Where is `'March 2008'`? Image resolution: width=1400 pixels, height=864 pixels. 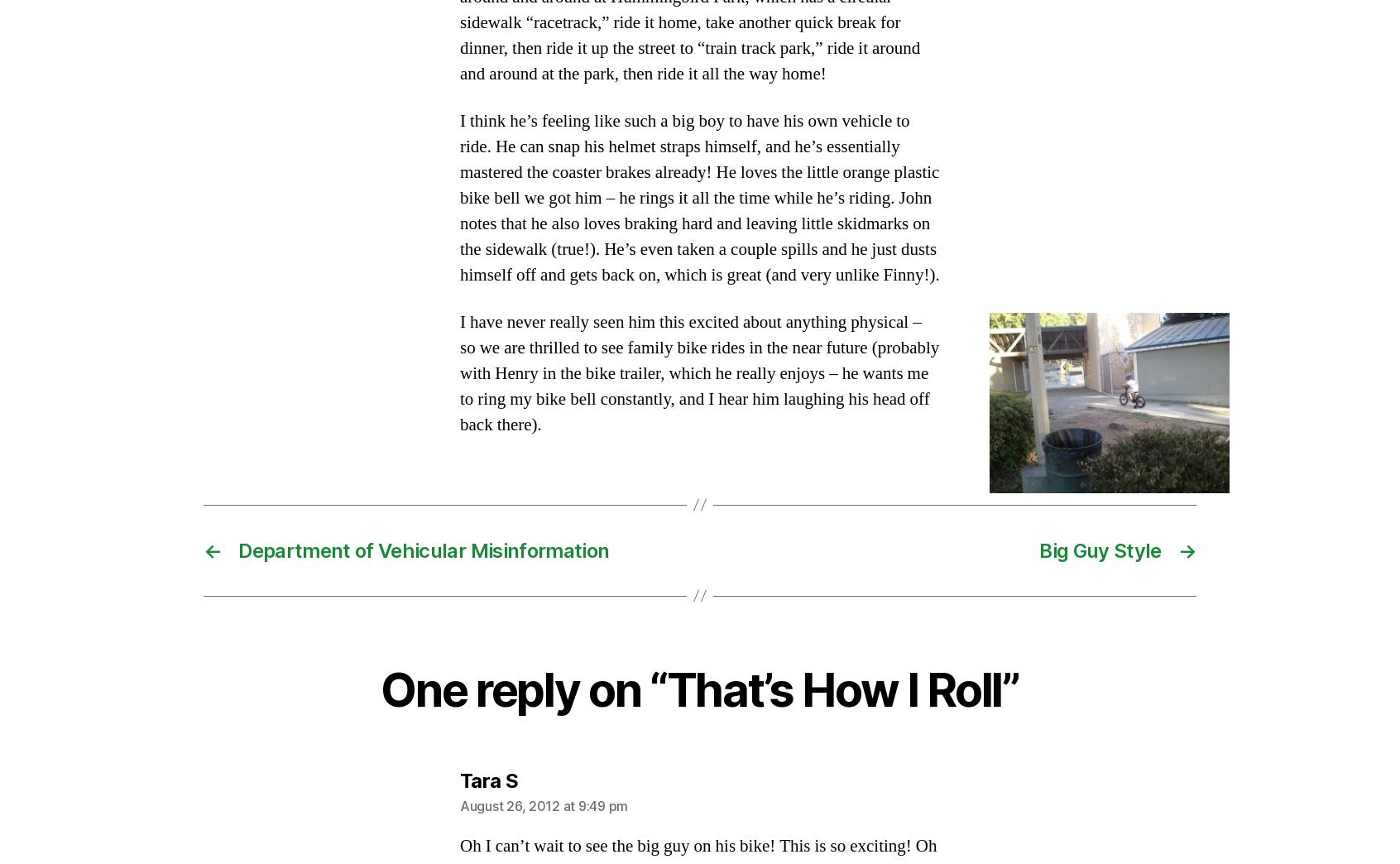 'March 2008' is located at coordinates (252, 691).